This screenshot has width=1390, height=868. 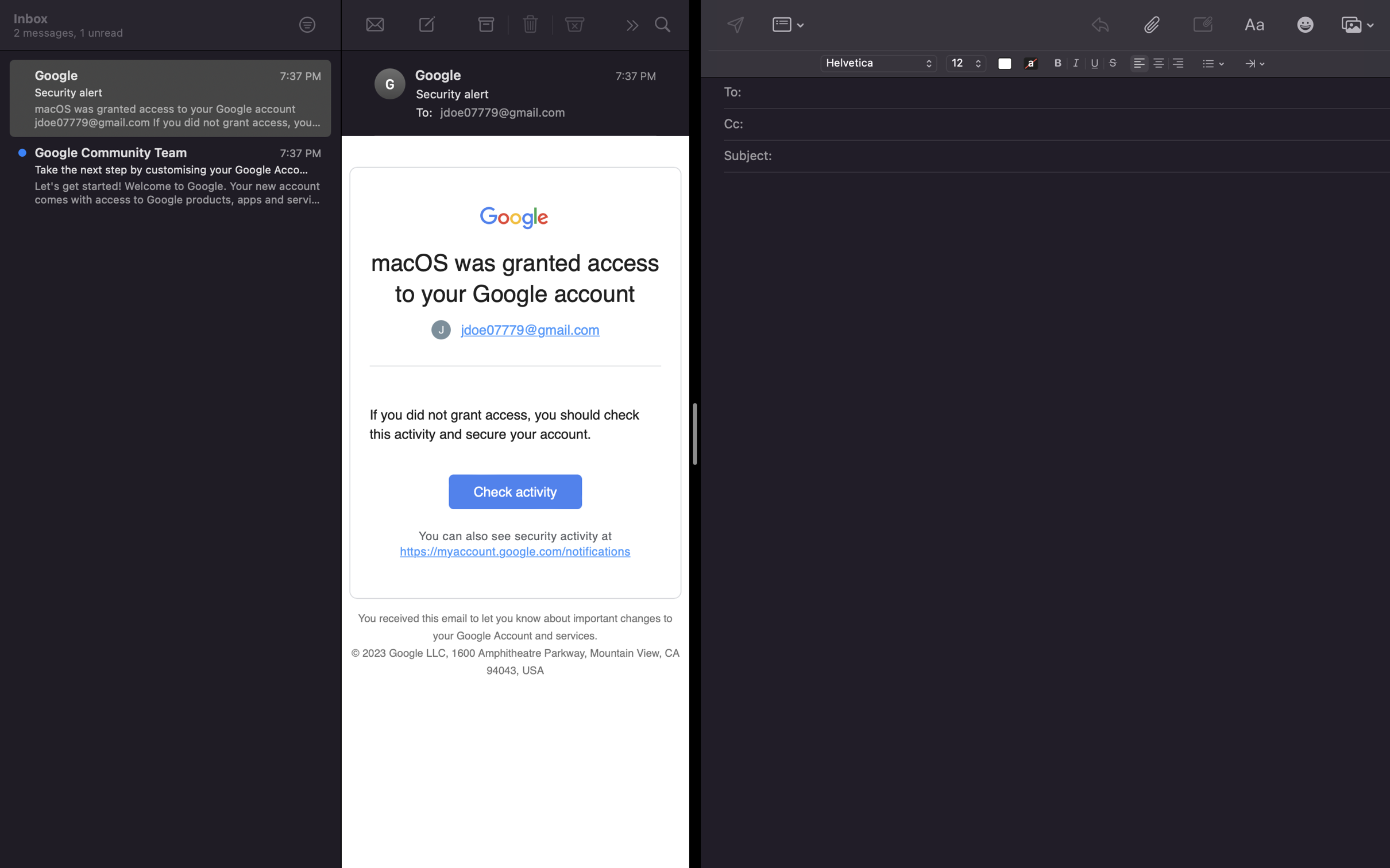 I want to click on bold styling to text and adjust to font size 14, so click(x=1058, y=62).